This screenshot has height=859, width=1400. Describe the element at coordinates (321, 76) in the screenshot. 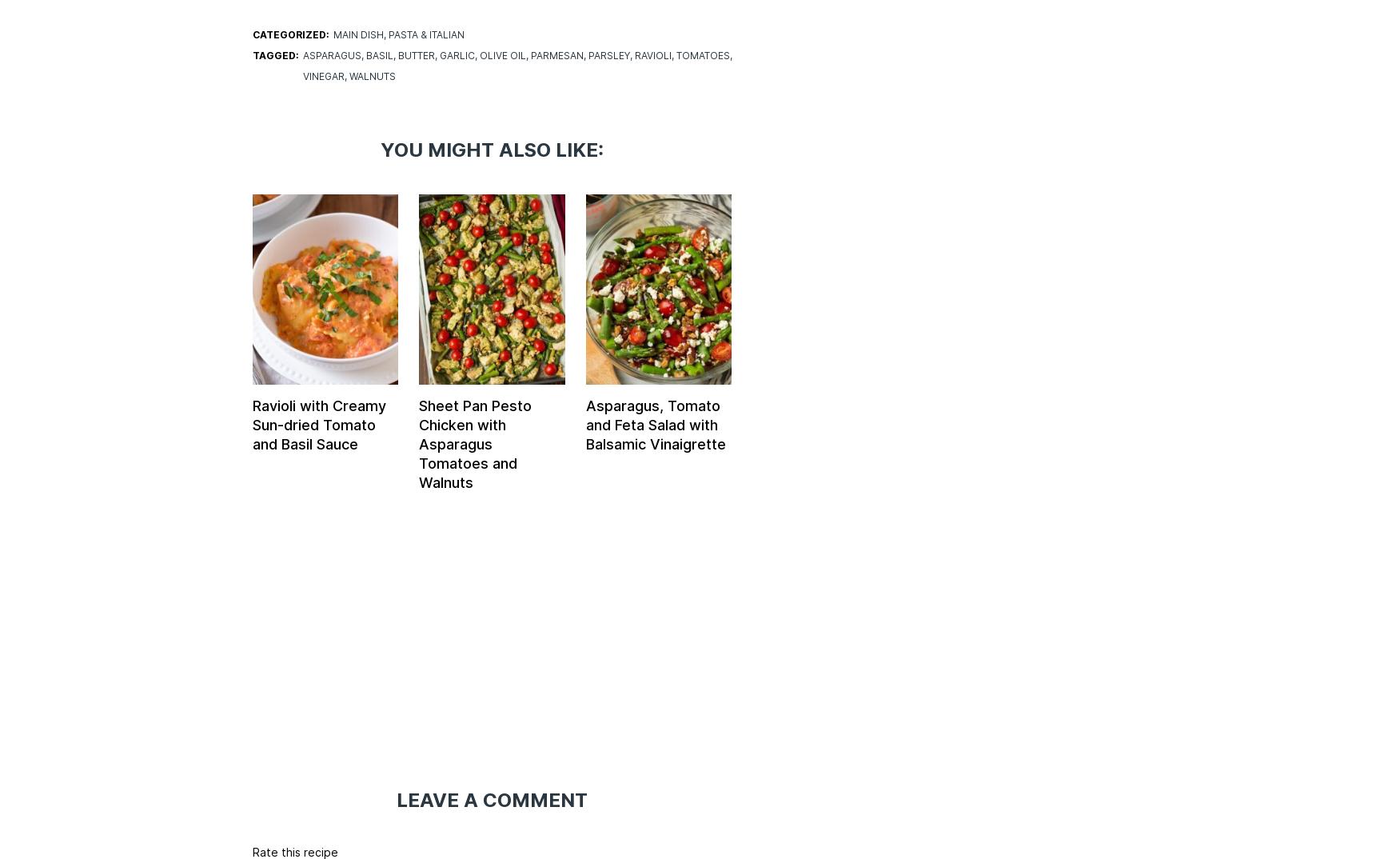

I see `'vinegar'` at that location.